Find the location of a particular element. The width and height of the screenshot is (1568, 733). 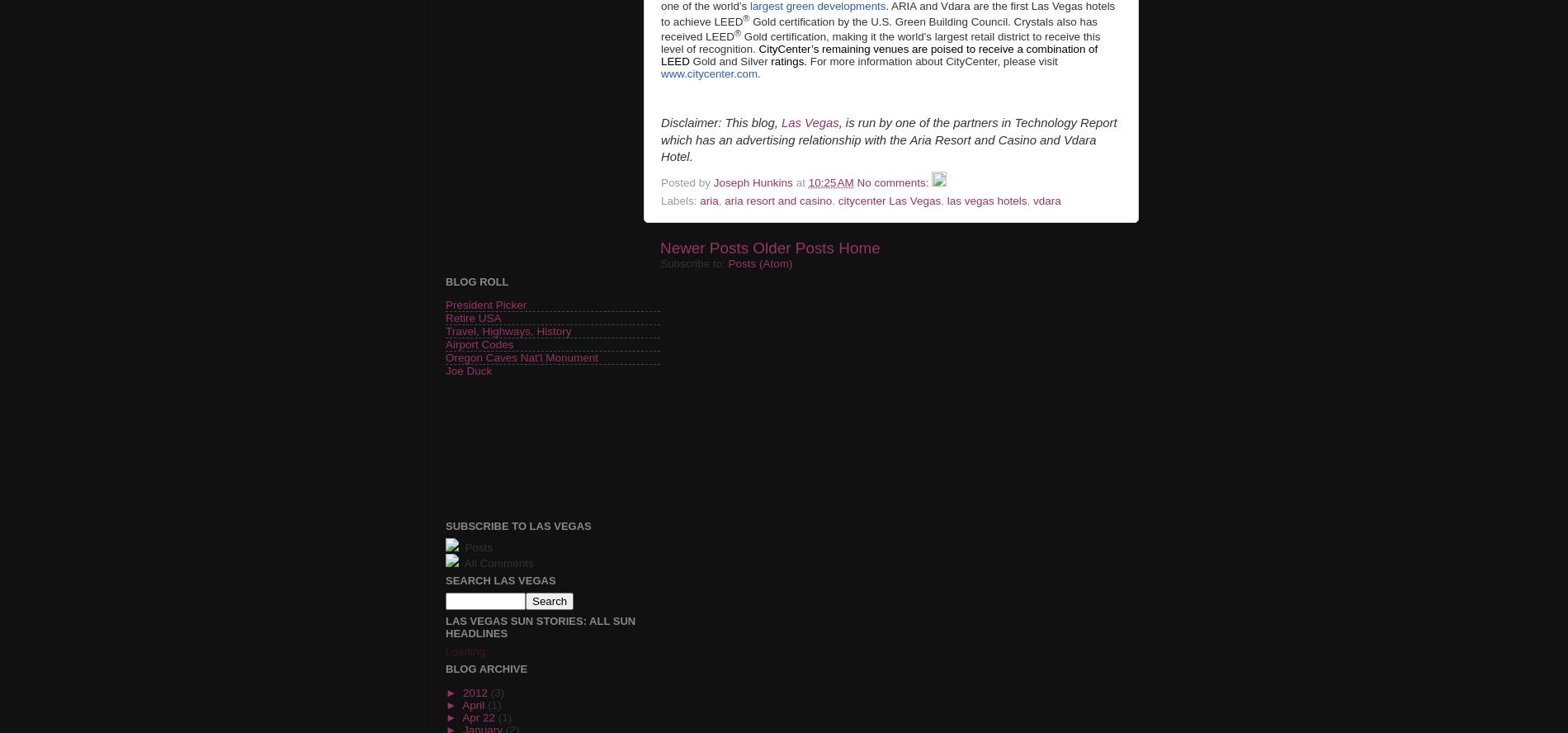

'10:25 AM' is located at coordinates (830, 181).